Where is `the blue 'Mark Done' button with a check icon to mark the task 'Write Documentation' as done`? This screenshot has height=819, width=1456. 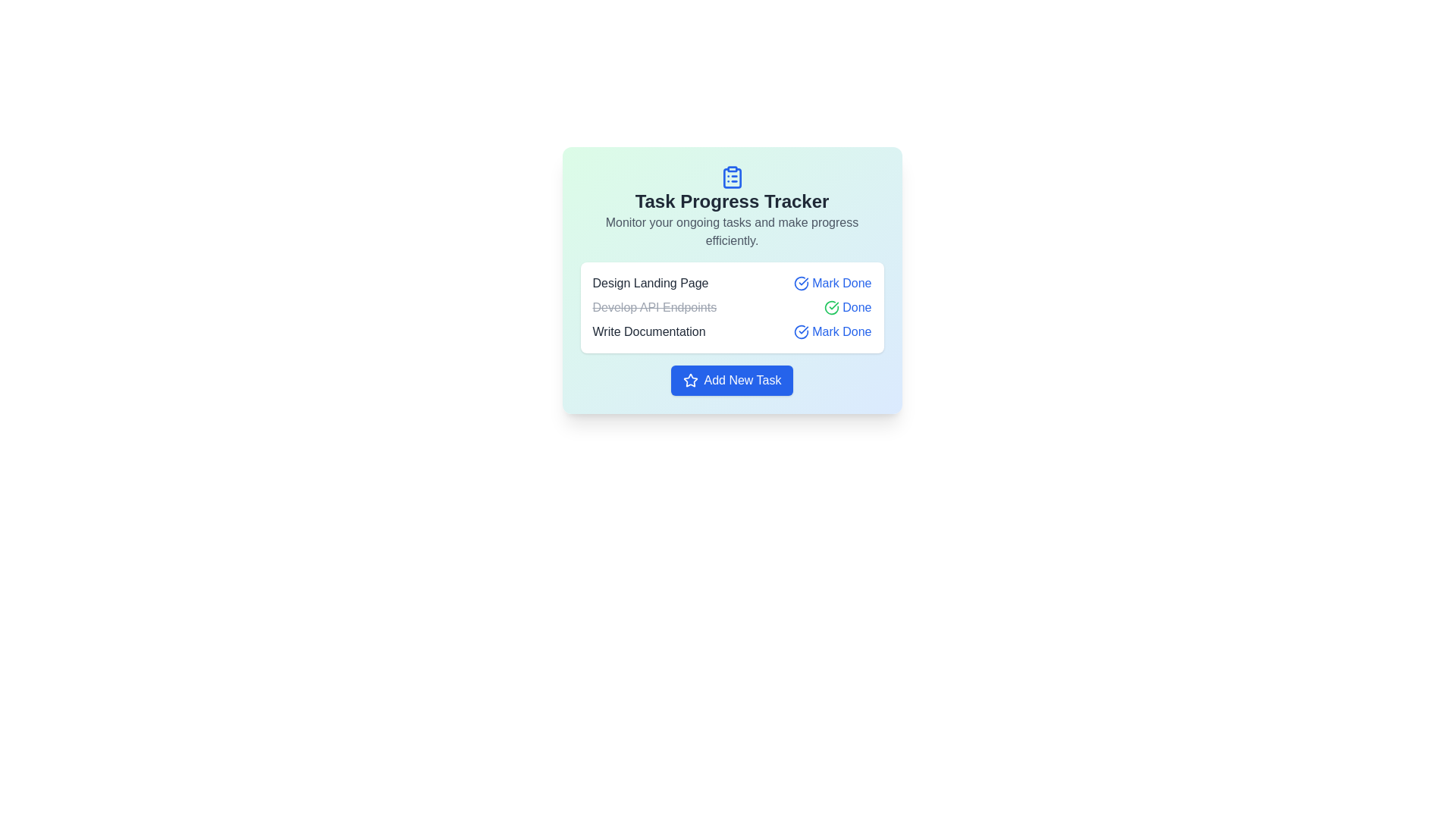 the blue 'Mark Done' button with a check icon to mark the task 'Write Documentation' as done is located at coordinates (832, 331).